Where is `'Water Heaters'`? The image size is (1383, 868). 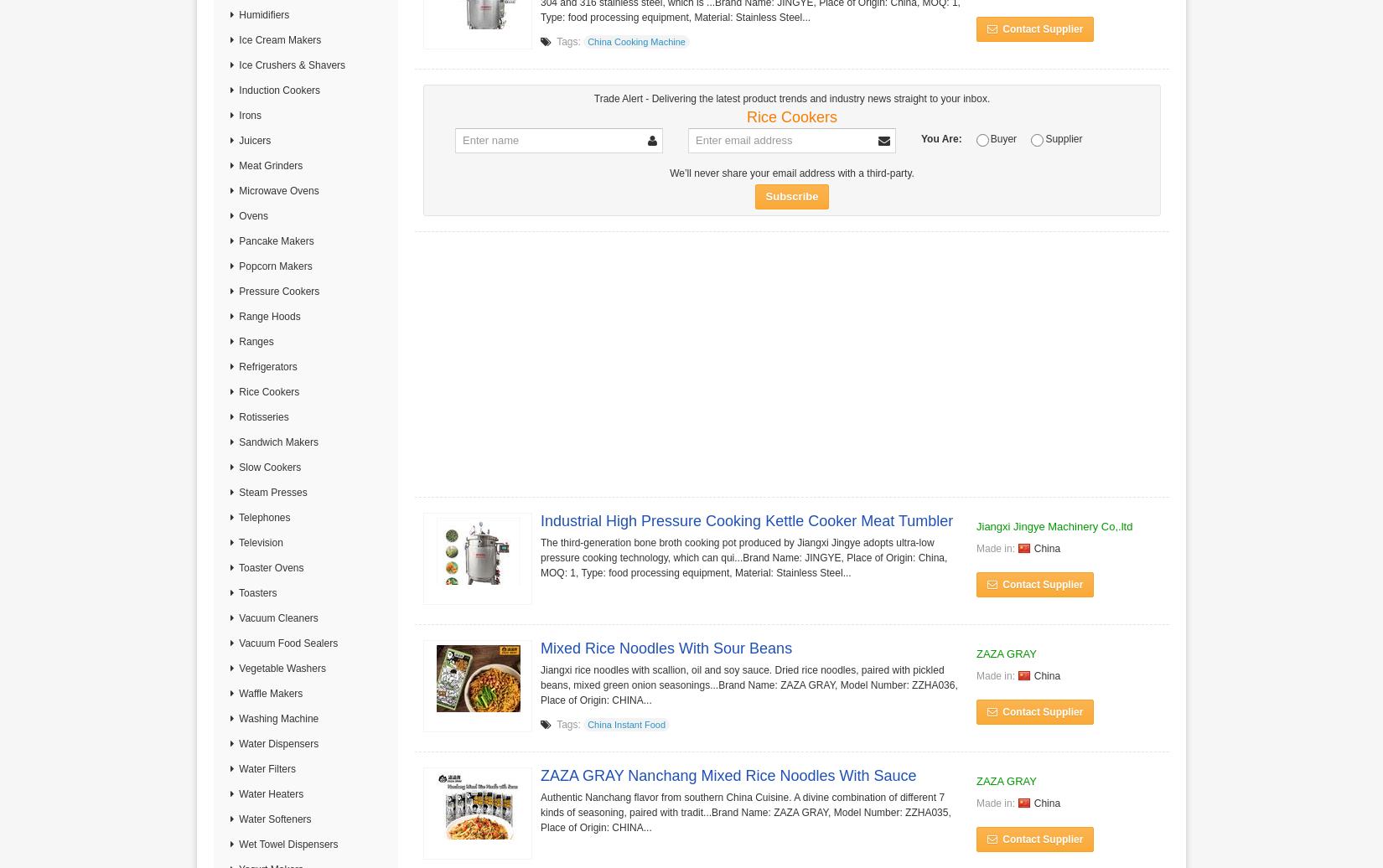
'Water Heaters' is located at coordinates (270, 794).